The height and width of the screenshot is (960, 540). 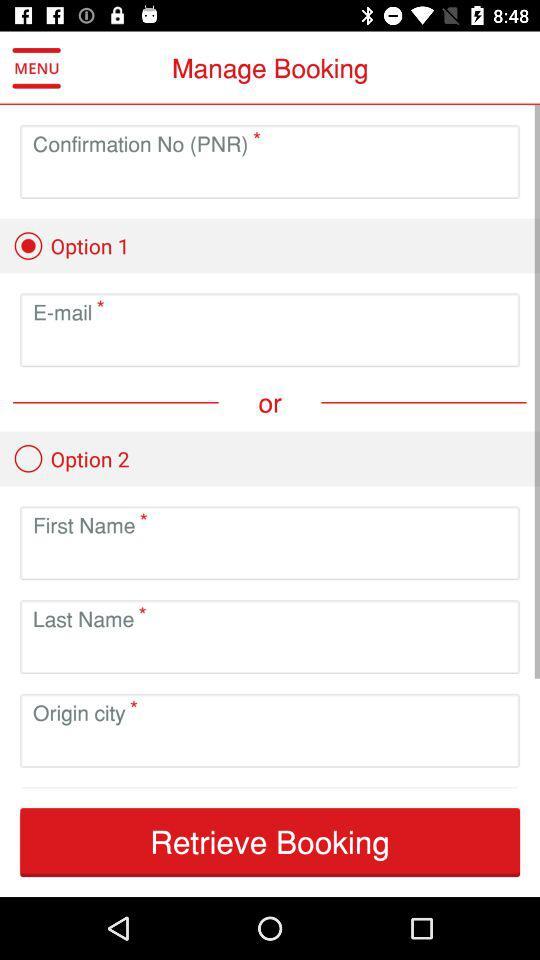 What do you see at coordinates (270, 346) in the screenshot?
I see `to create email option` at bounding box center [270, 346].